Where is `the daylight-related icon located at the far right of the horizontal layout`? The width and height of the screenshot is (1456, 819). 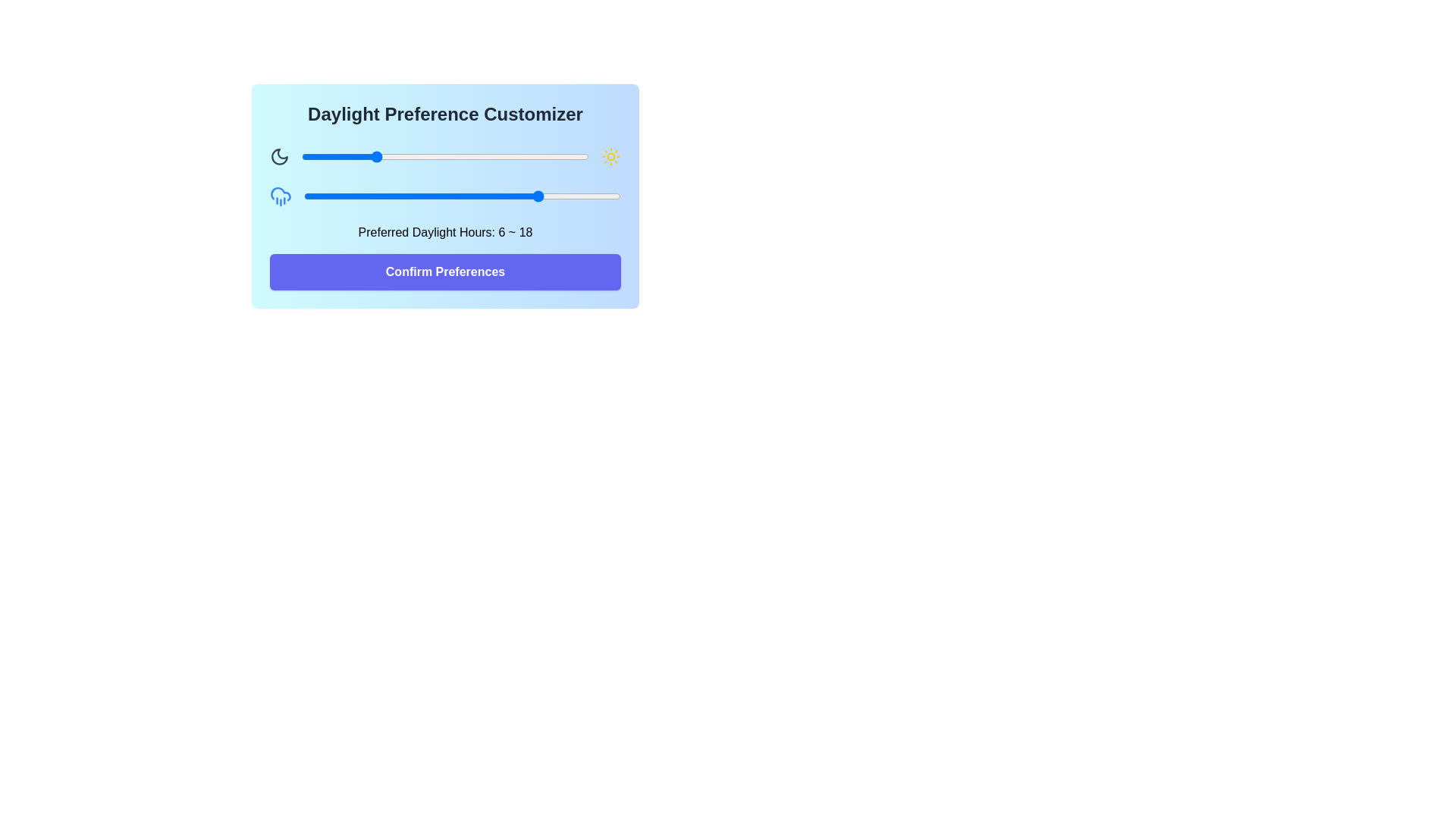
the daylight-related icon located at the far right of the horizontal layout is located at coordinates (610, 157).